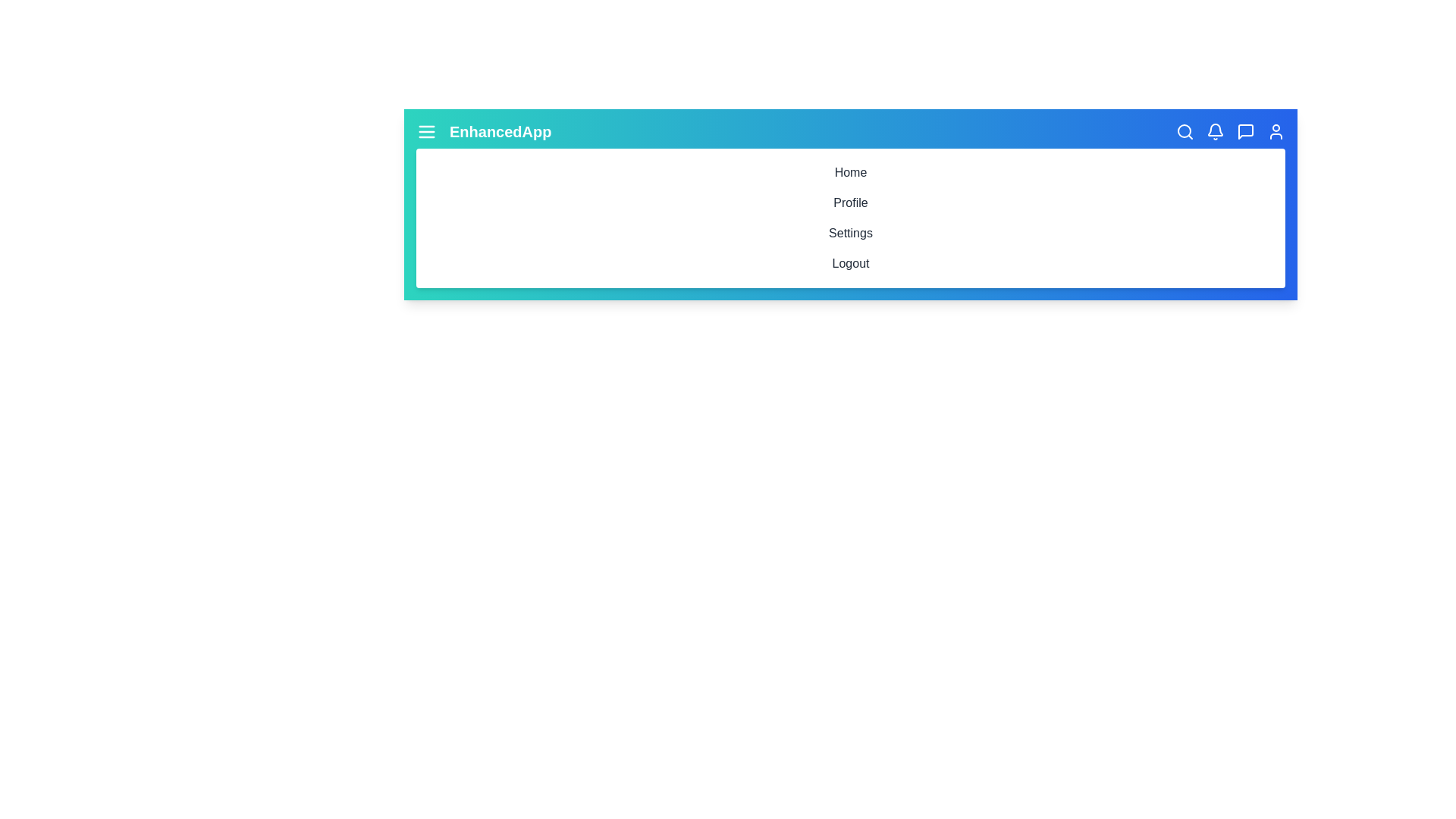 This screenshot has height=819, width=1456. I want to click on the navigation item Home in the menu, so click(851, 171).